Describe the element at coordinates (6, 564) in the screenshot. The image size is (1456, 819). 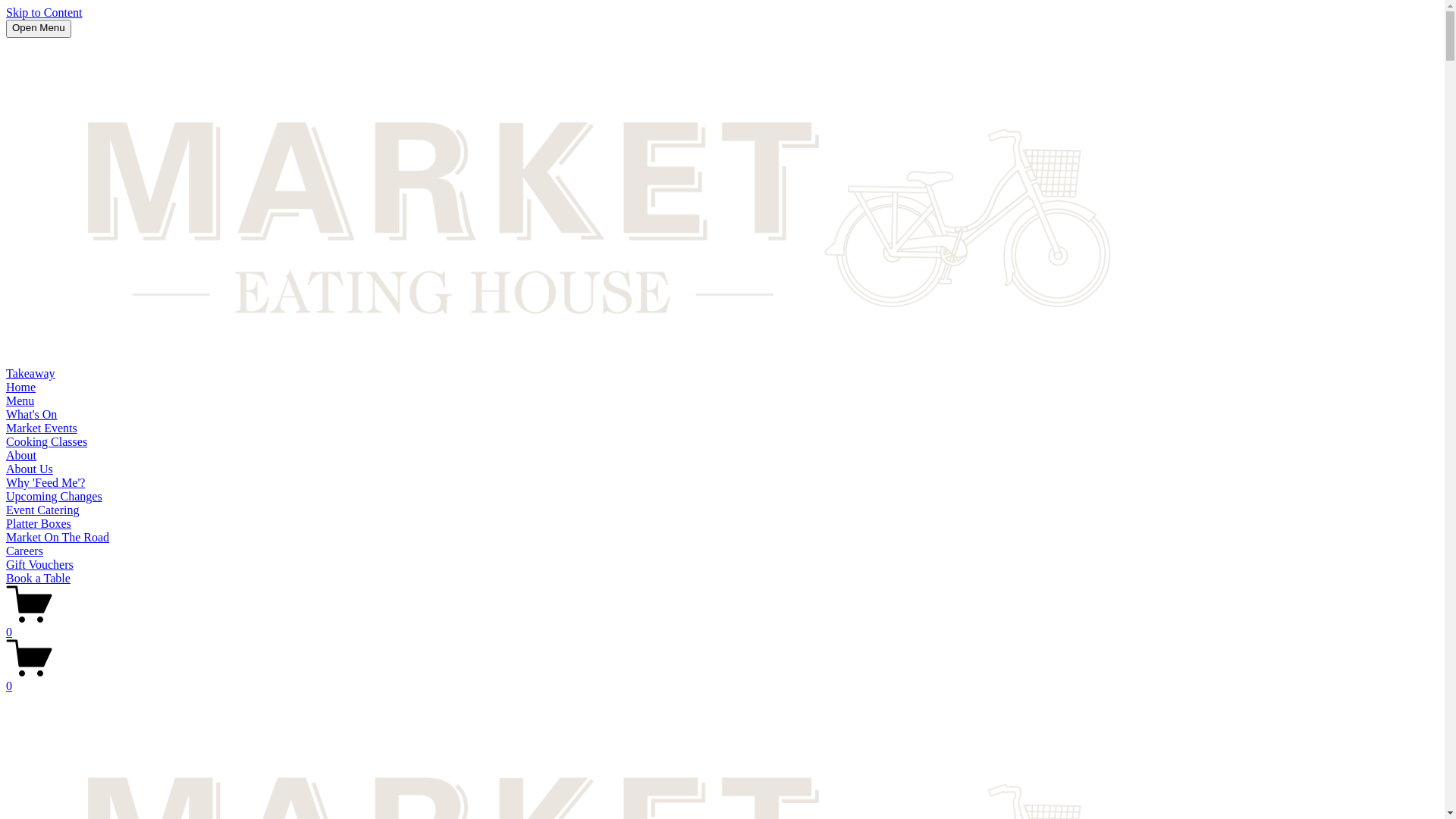
I see `'Gift Vouchers'` at that location.